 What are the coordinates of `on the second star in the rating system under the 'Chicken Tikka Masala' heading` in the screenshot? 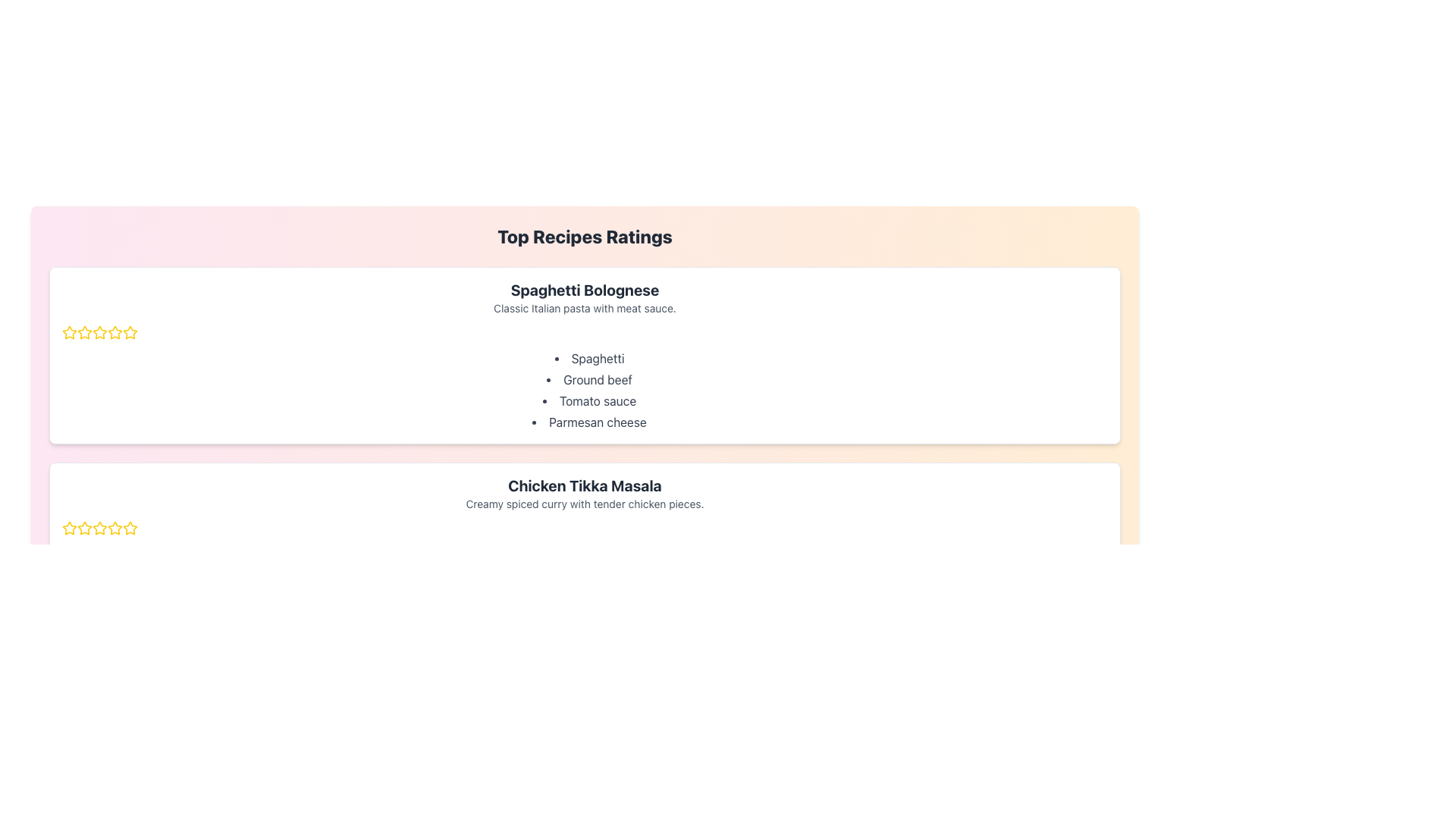 It's located at (115, 527).